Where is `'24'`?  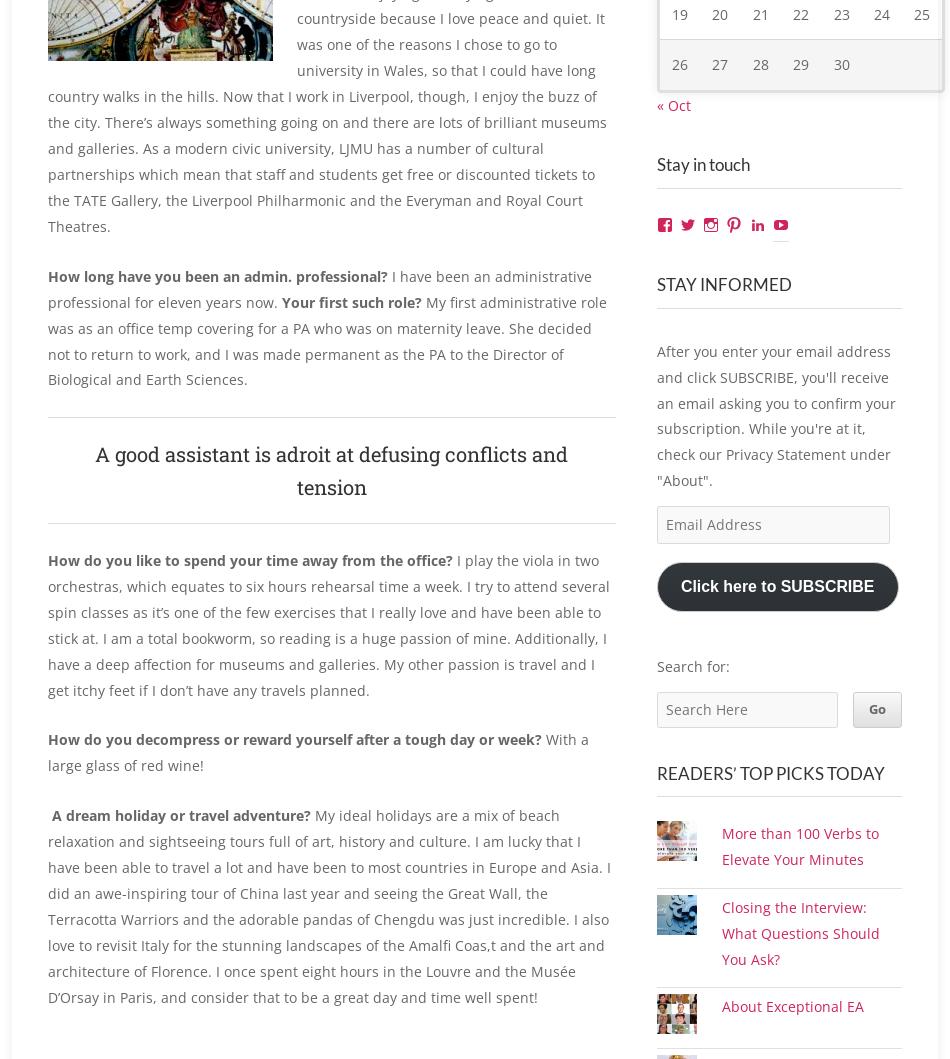
'24' is located at coordinates (880, 36).